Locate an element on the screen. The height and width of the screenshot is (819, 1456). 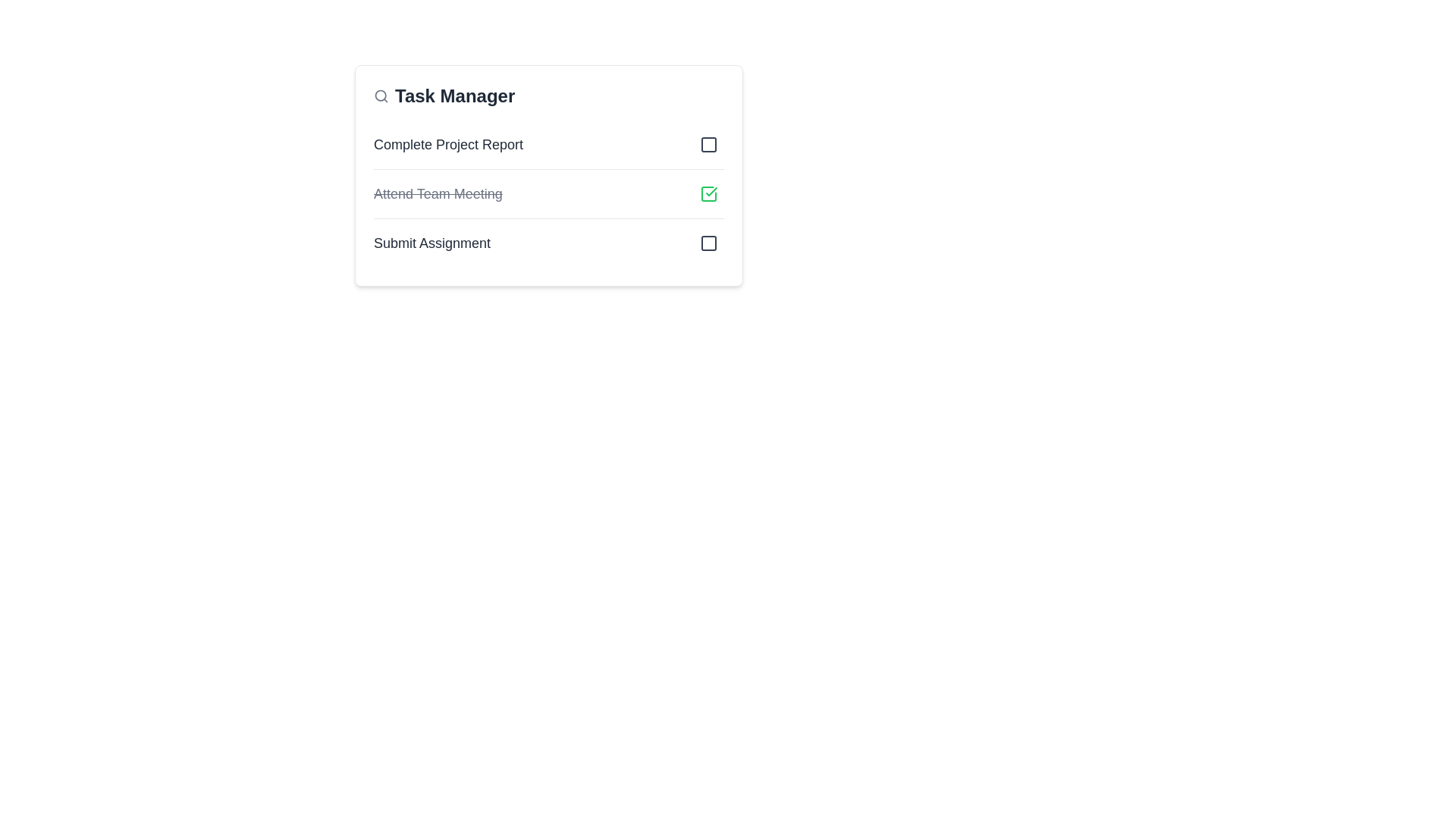
the control element for 'Submit Assignment' is located at coordinates (708, 242).